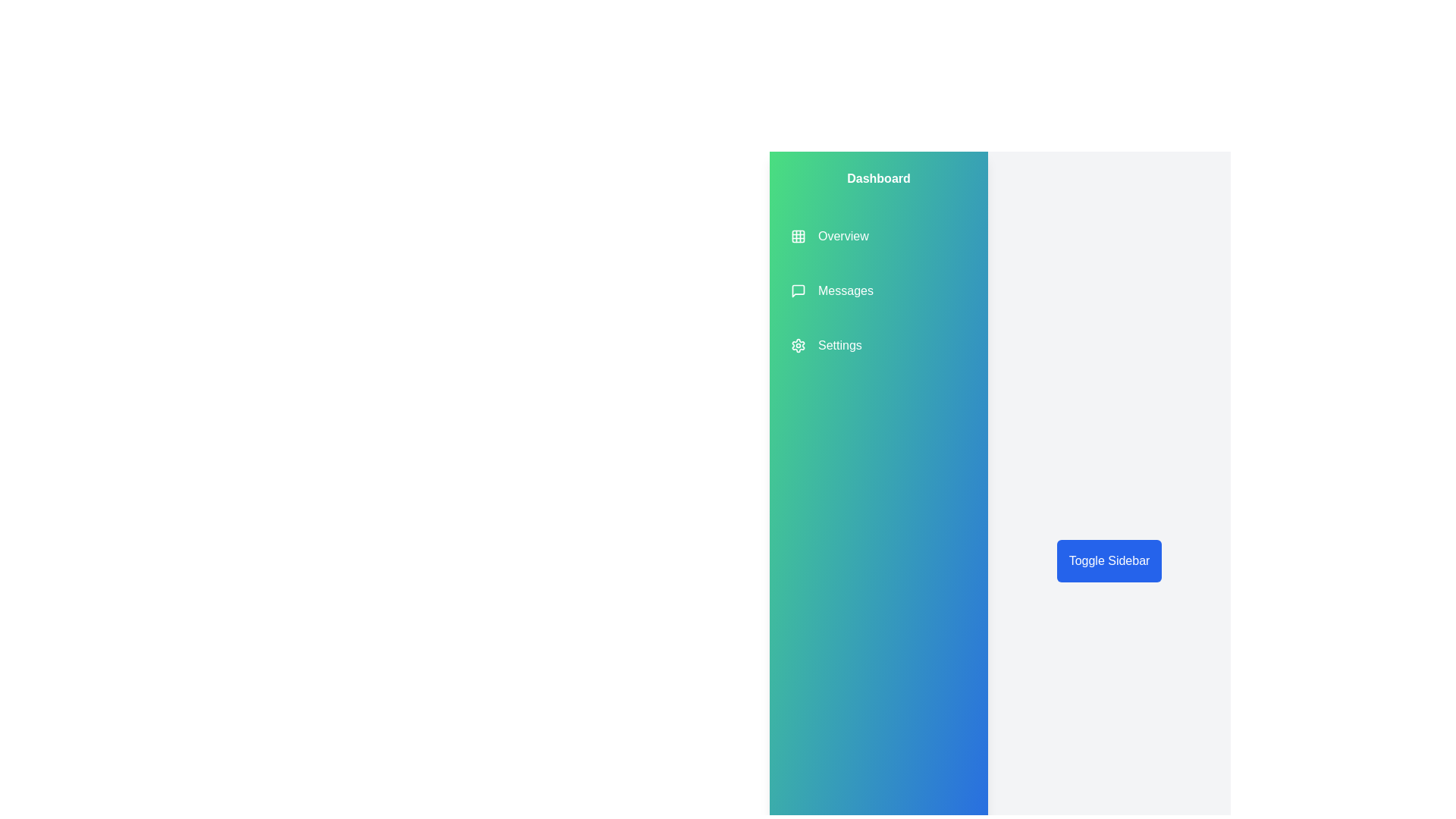  I want to click on the 'Messages' button in the sidebar, so click(831, 291).